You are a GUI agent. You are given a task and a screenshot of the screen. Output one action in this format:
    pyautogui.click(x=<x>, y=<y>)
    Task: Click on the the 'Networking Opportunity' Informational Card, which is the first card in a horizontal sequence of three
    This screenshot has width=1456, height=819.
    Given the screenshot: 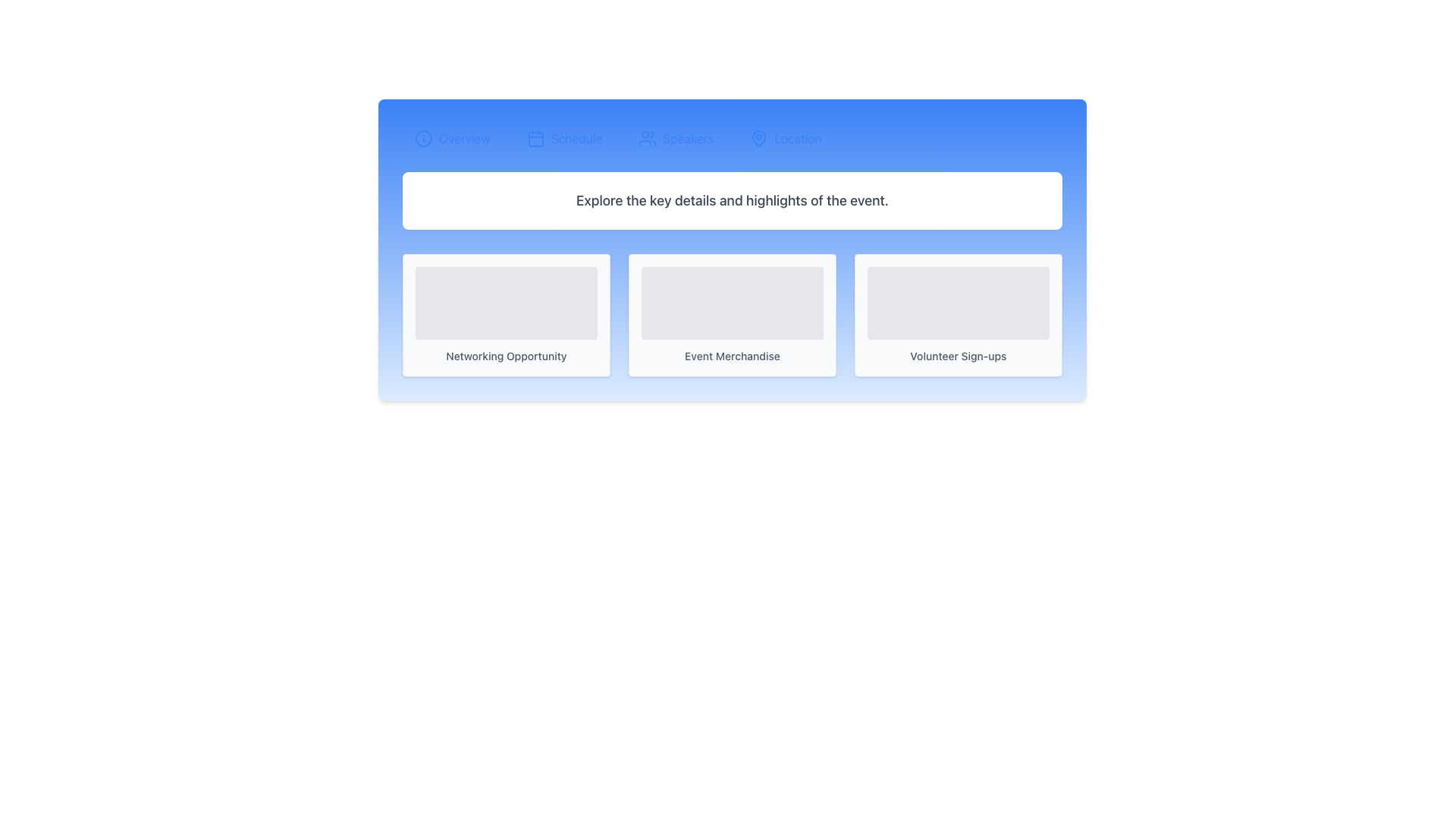 What is the action you would take?
    pyautogui.click(x=506, y=315)
    